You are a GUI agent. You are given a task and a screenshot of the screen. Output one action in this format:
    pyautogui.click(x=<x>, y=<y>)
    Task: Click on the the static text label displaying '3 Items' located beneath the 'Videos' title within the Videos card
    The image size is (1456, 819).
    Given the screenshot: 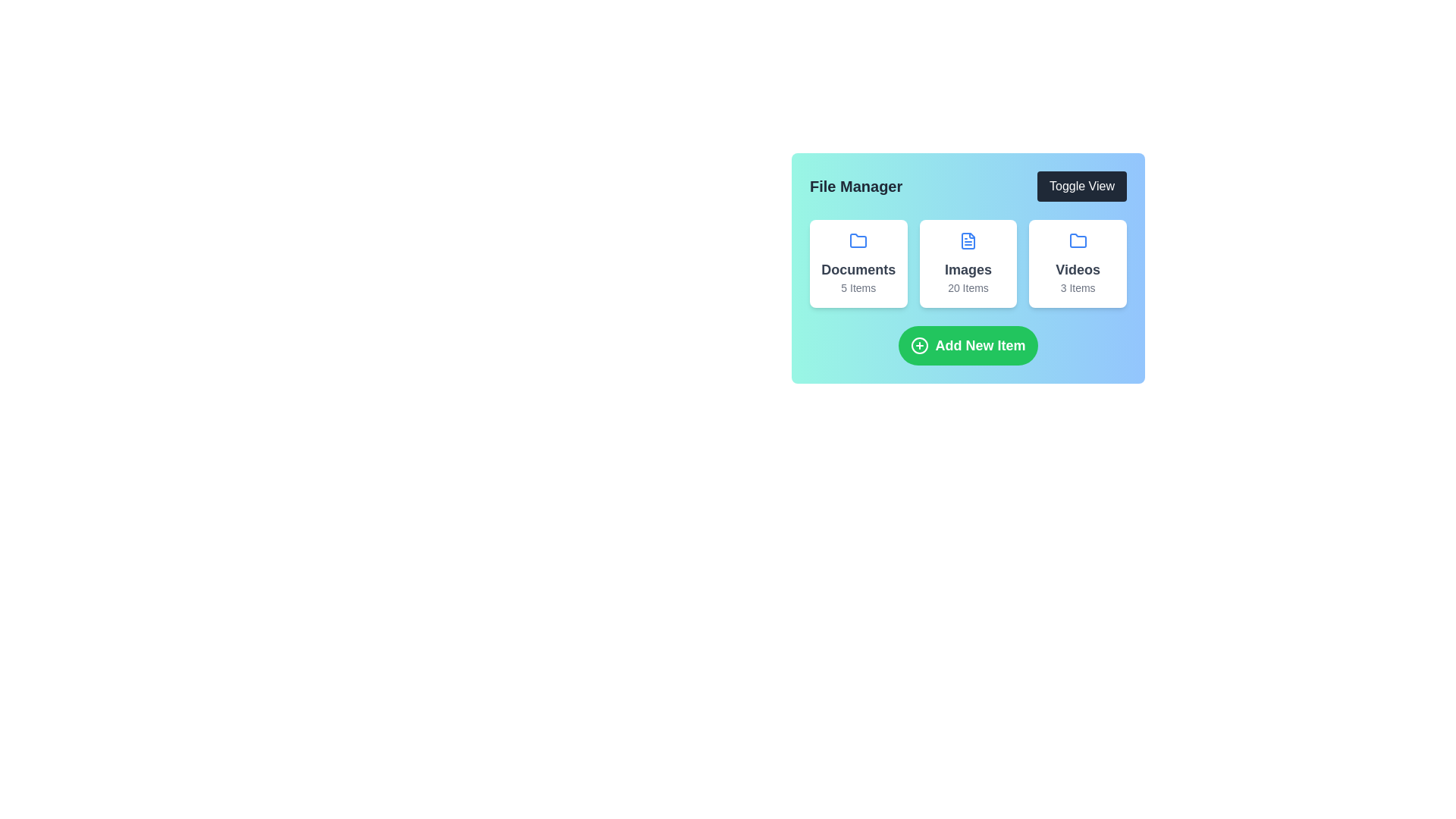 What is the action you would take?
    pyautogui.click(x=1077, y=288)
    